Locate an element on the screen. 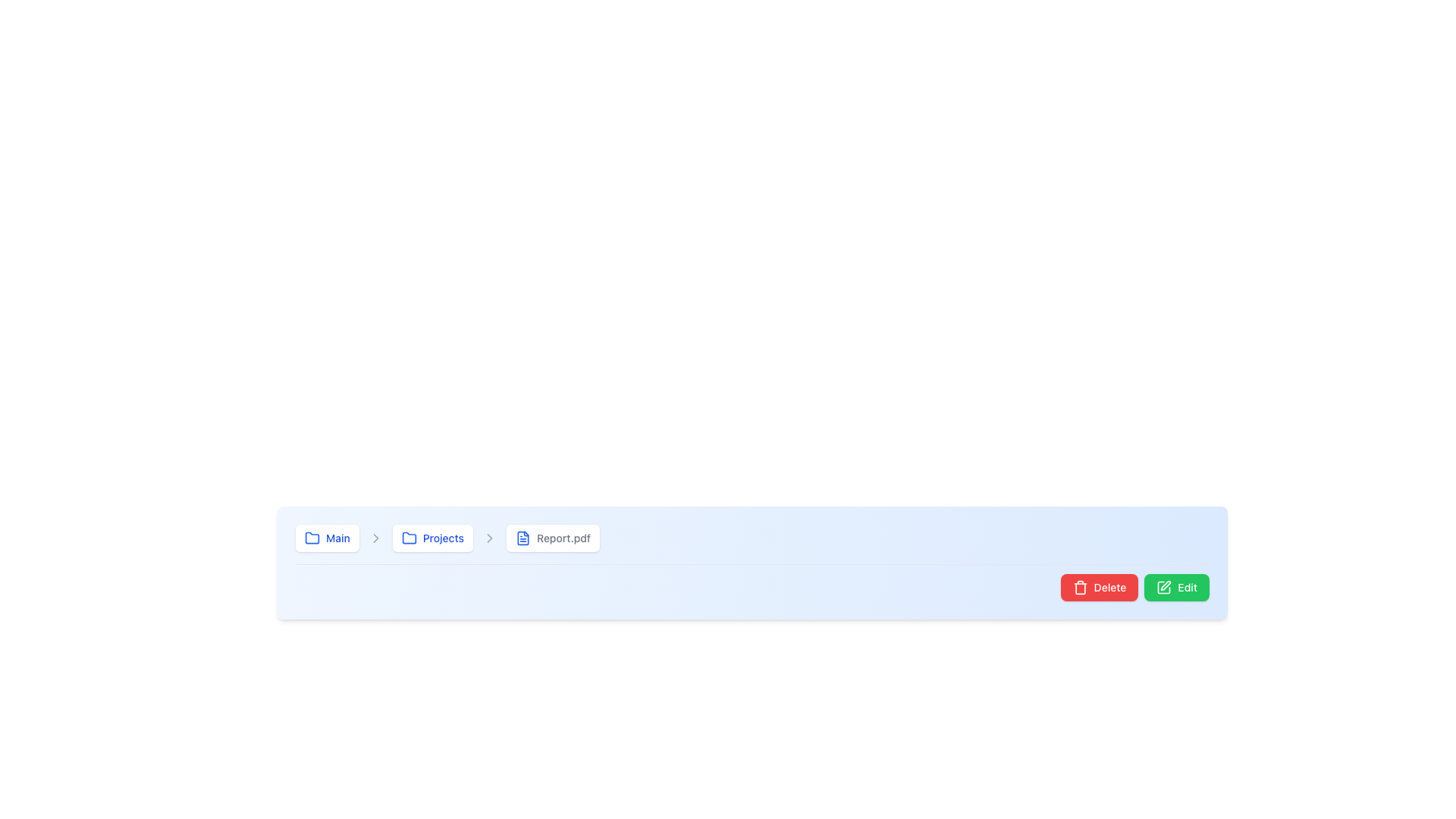 This screenshot has width=1456, height=819. the blue-colored folder icon located to the left of the 'Projects' text in the breadcrumb navigation bar is located at coordinates (409, 537).